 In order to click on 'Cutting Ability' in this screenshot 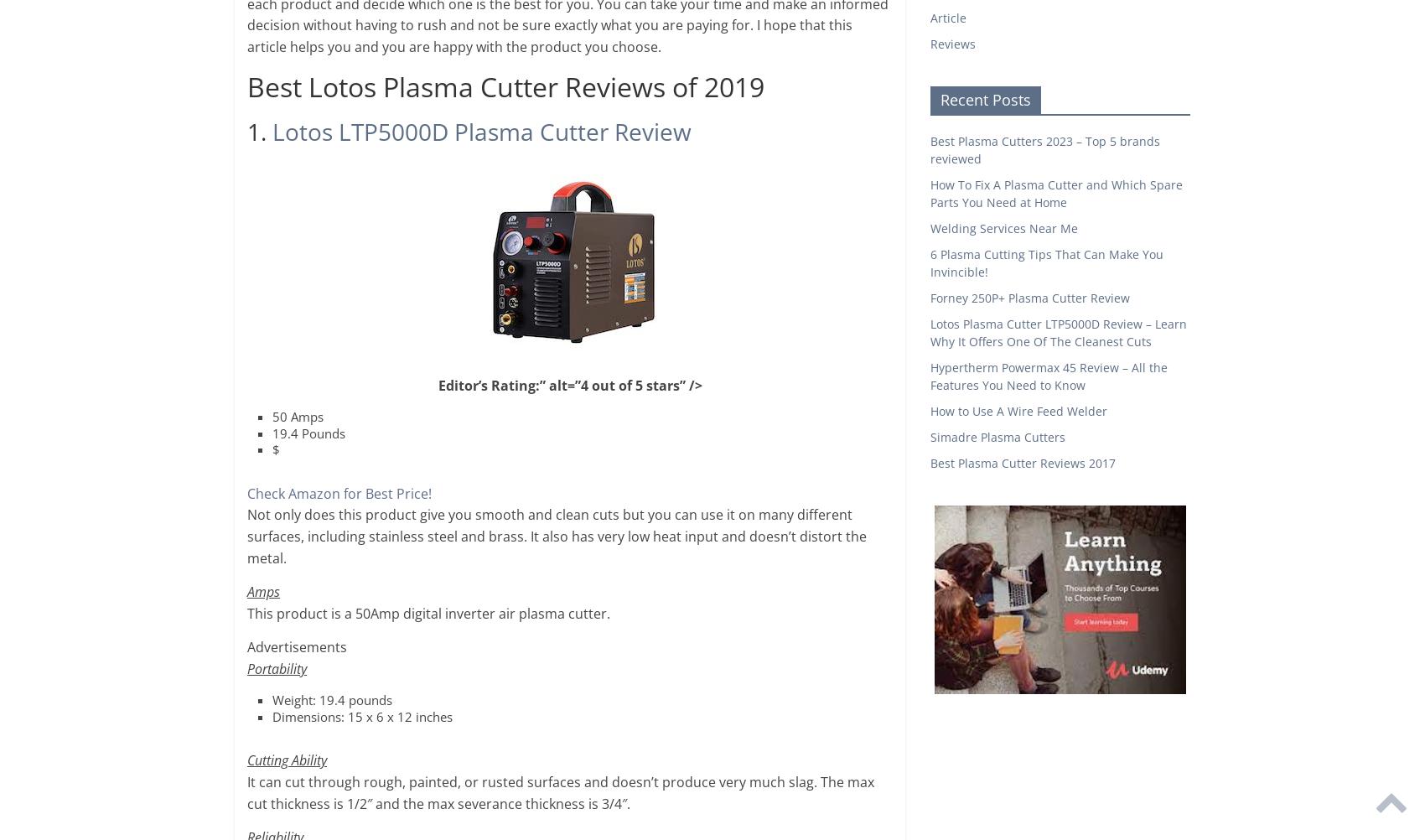, I will do `click(246, 760)`.